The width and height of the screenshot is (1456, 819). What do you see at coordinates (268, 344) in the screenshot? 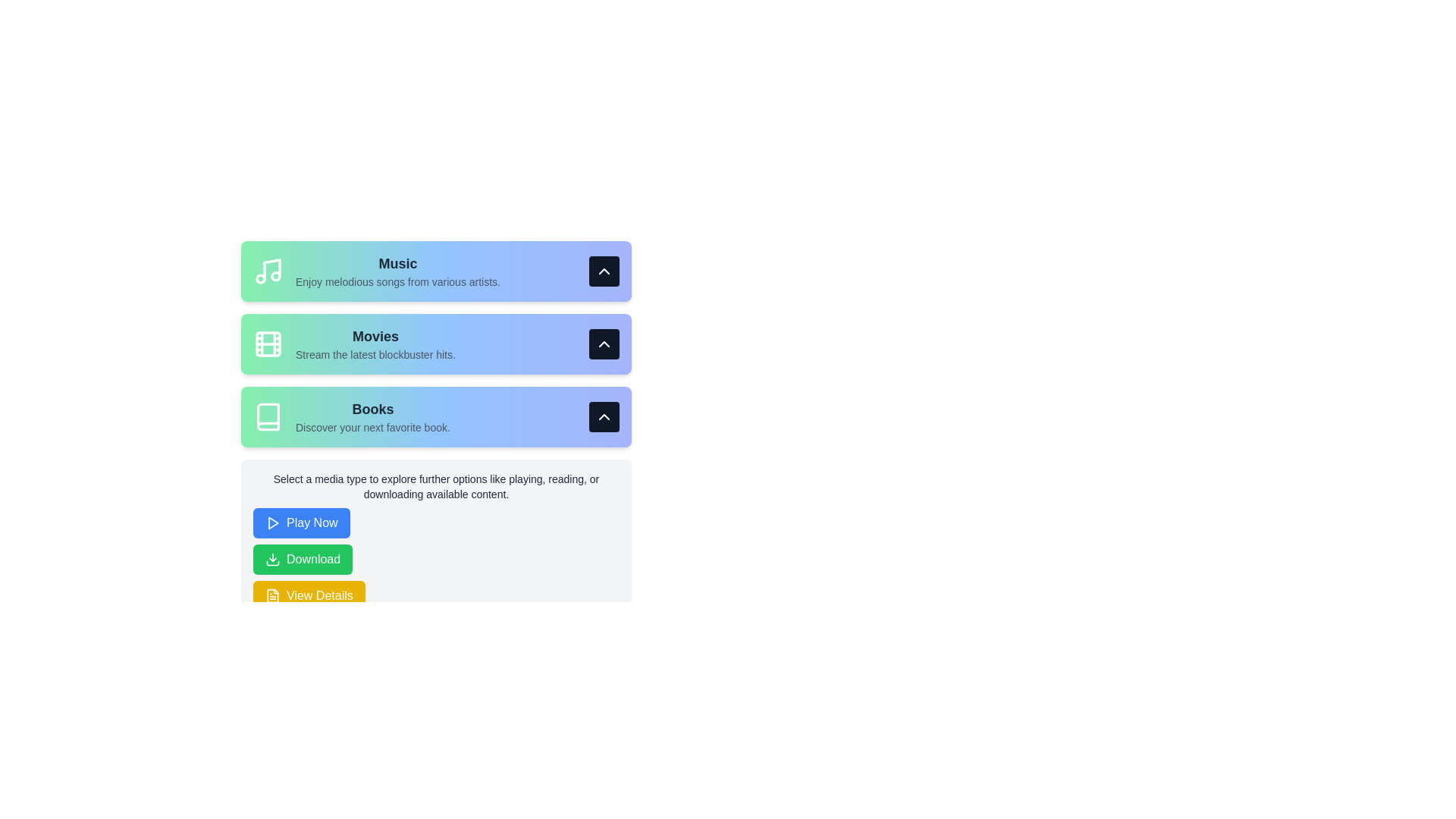
I see `the central decorative SVG rectangle of the filmstrip icon, which is located adjacent to the 'Movies' text label, positioned in the middle of the three buttons labeled 'Music,' 'Movies,' and 'Books.'` at bounding box center [268, 344].